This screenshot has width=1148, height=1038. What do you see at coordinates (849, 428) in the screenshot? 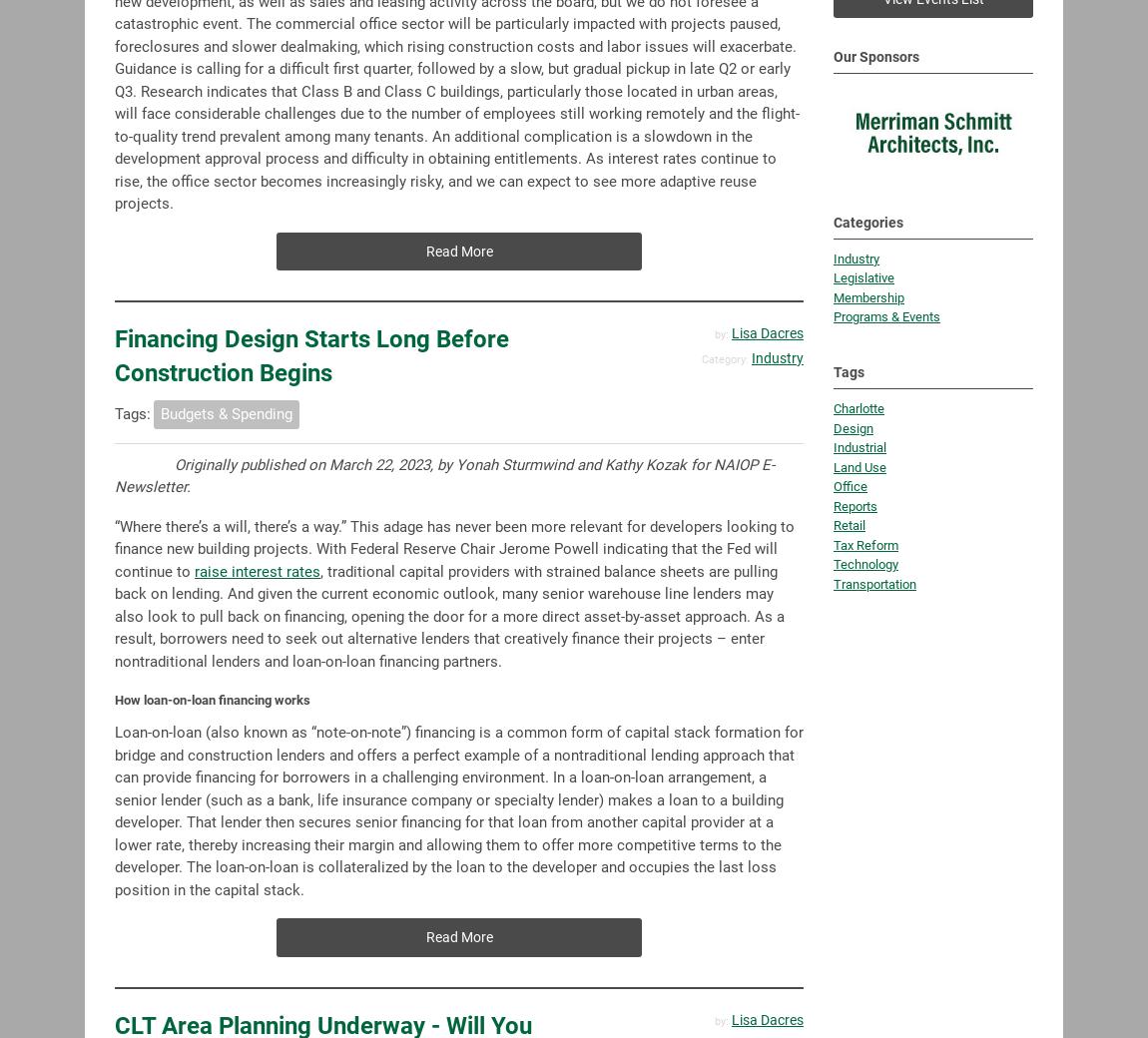
I see `'Retail'` at bounding box center [849, 428].